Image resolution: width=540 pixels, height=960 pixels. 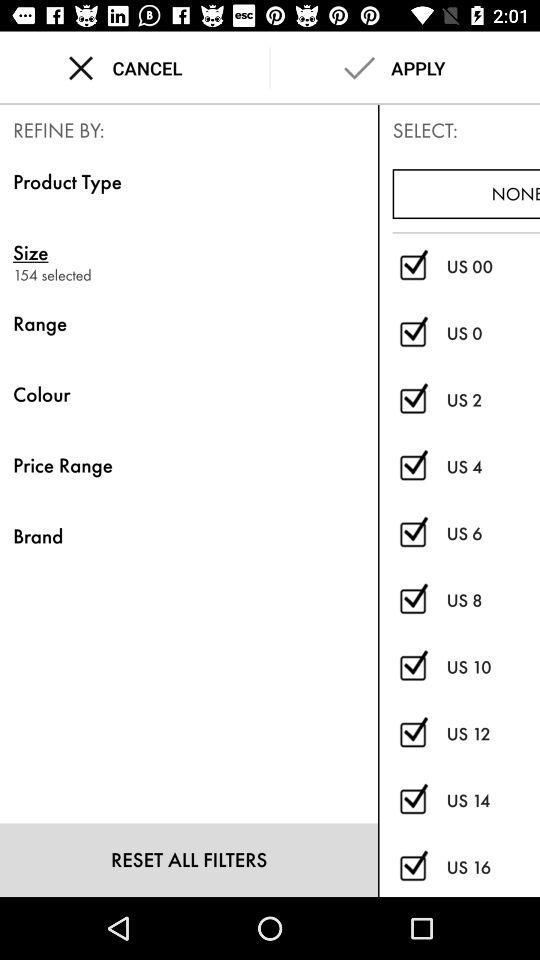 What do you see at coordinates (412, 333) in the screenshot?
I see `filter size 0` at bounding box center [412, 333].